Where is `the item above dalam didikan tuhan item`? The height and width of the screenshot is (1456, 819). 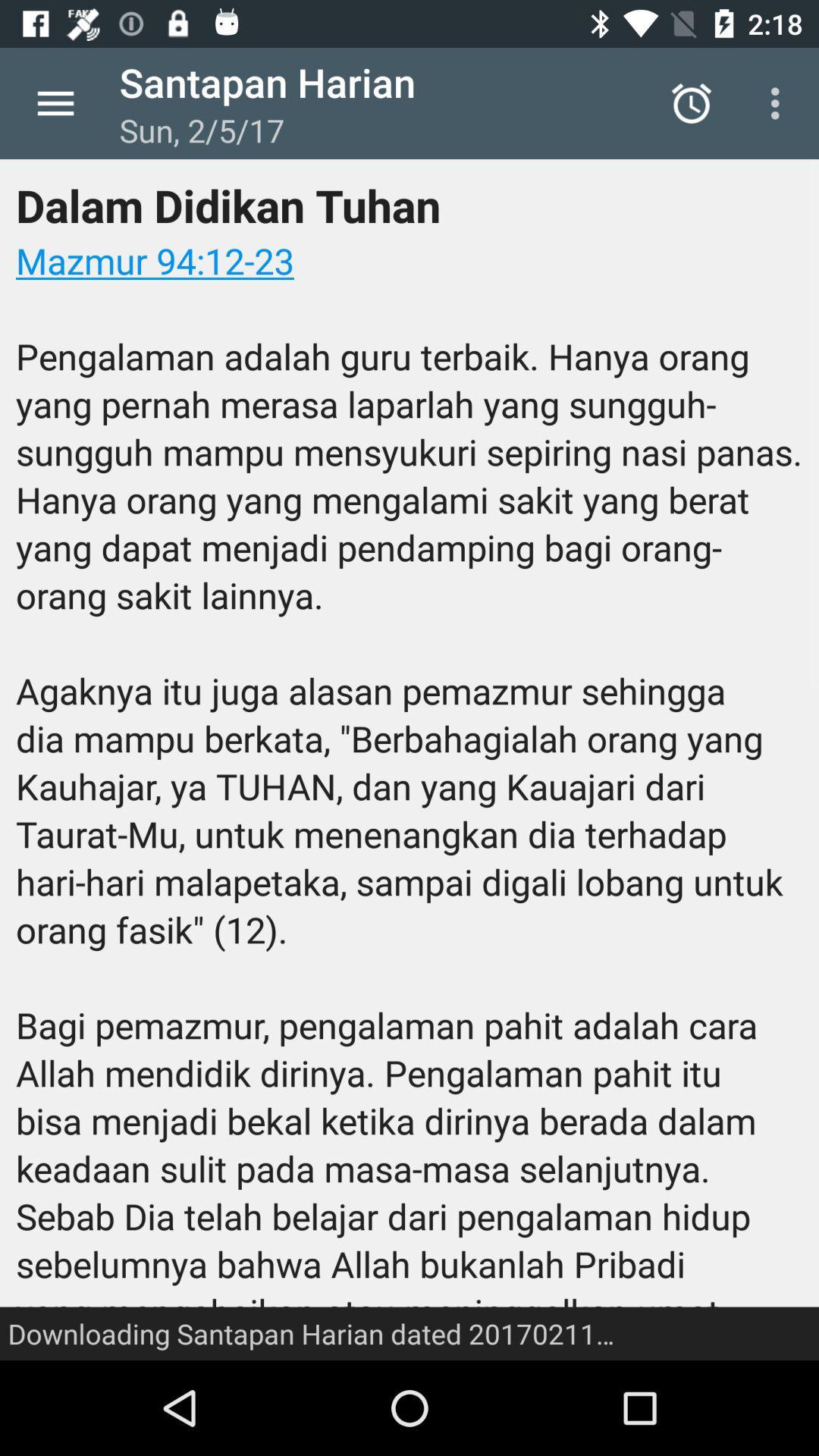 the item above dalam didikan tuhan item is located at coordinates (55, 102).